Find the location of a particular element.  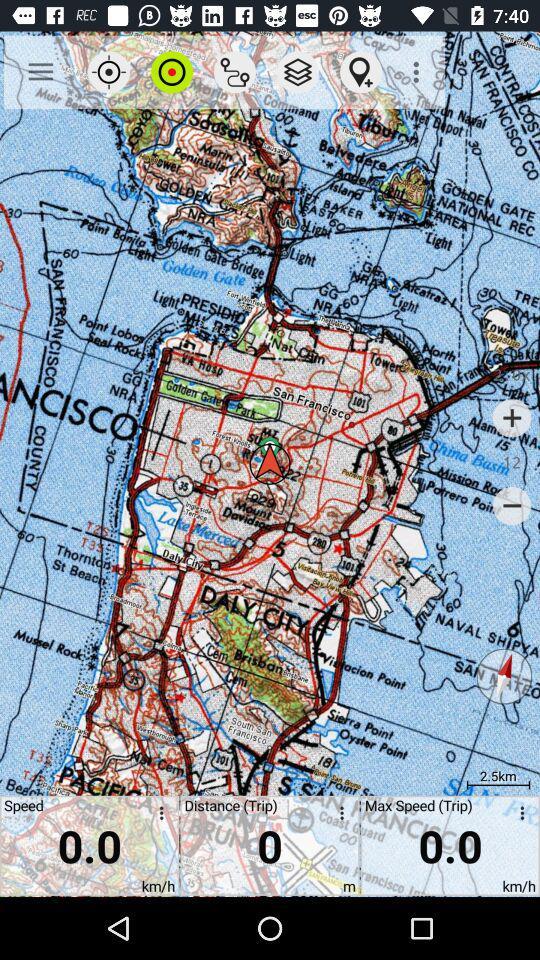

the item above the 0.0 is located at coordinates (172, 72).